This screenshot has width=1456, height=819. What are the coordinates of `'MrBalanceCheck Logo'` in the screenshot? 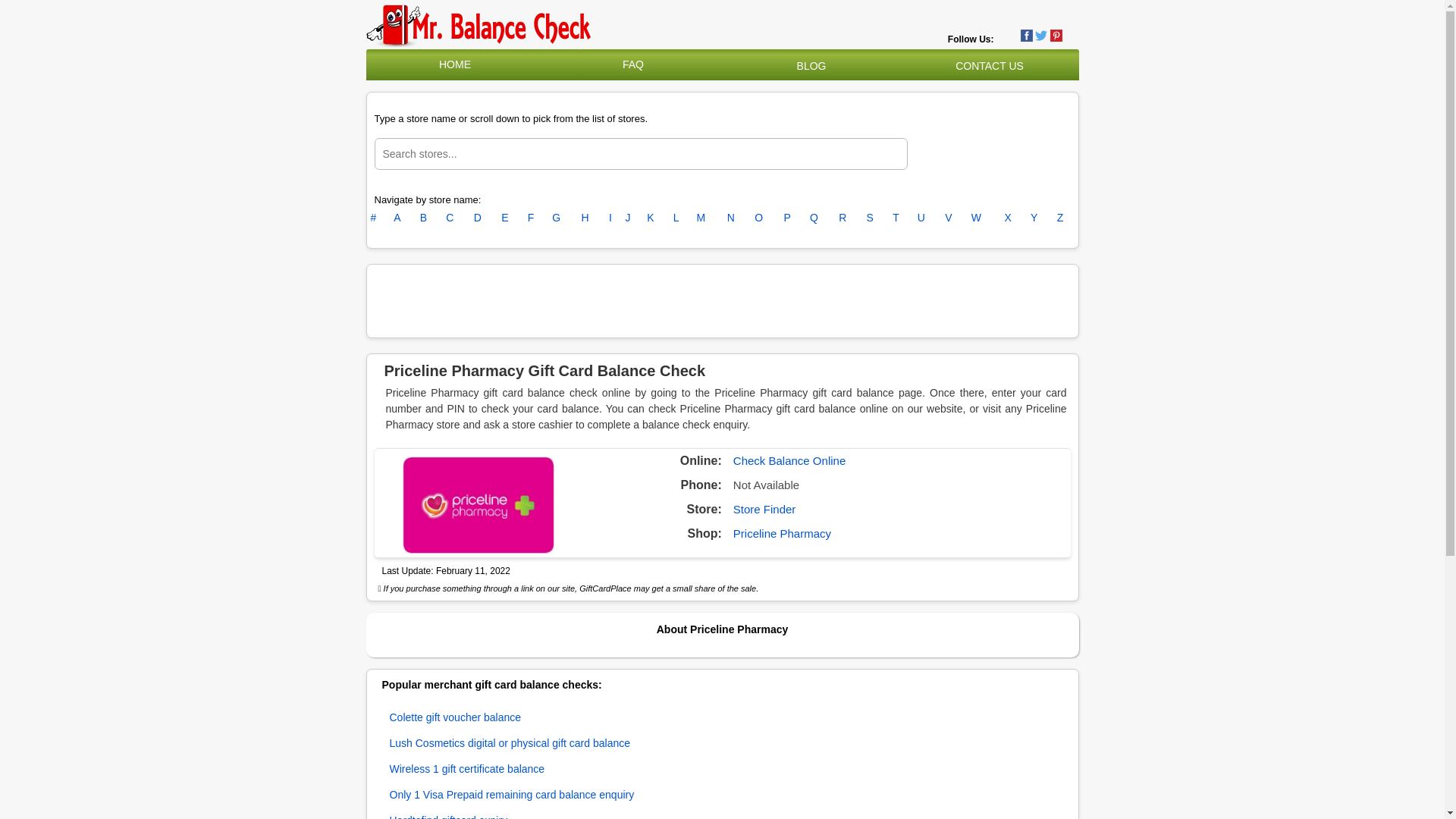 It's located at (479, 26).